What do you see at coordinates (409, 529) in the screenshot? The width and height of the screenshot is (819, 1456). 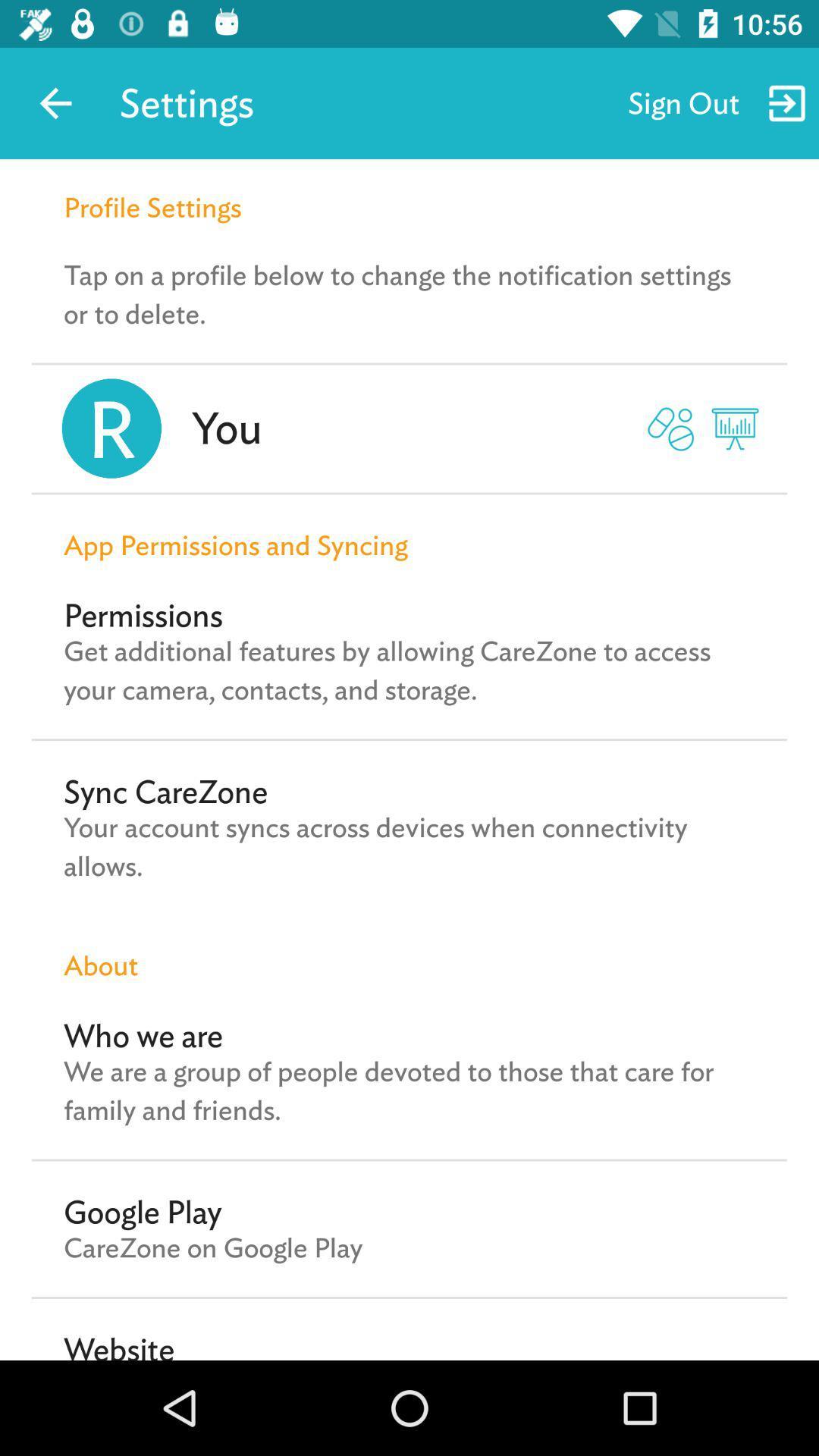 I see `app permissions and icon` at bounding box center [409, 529].